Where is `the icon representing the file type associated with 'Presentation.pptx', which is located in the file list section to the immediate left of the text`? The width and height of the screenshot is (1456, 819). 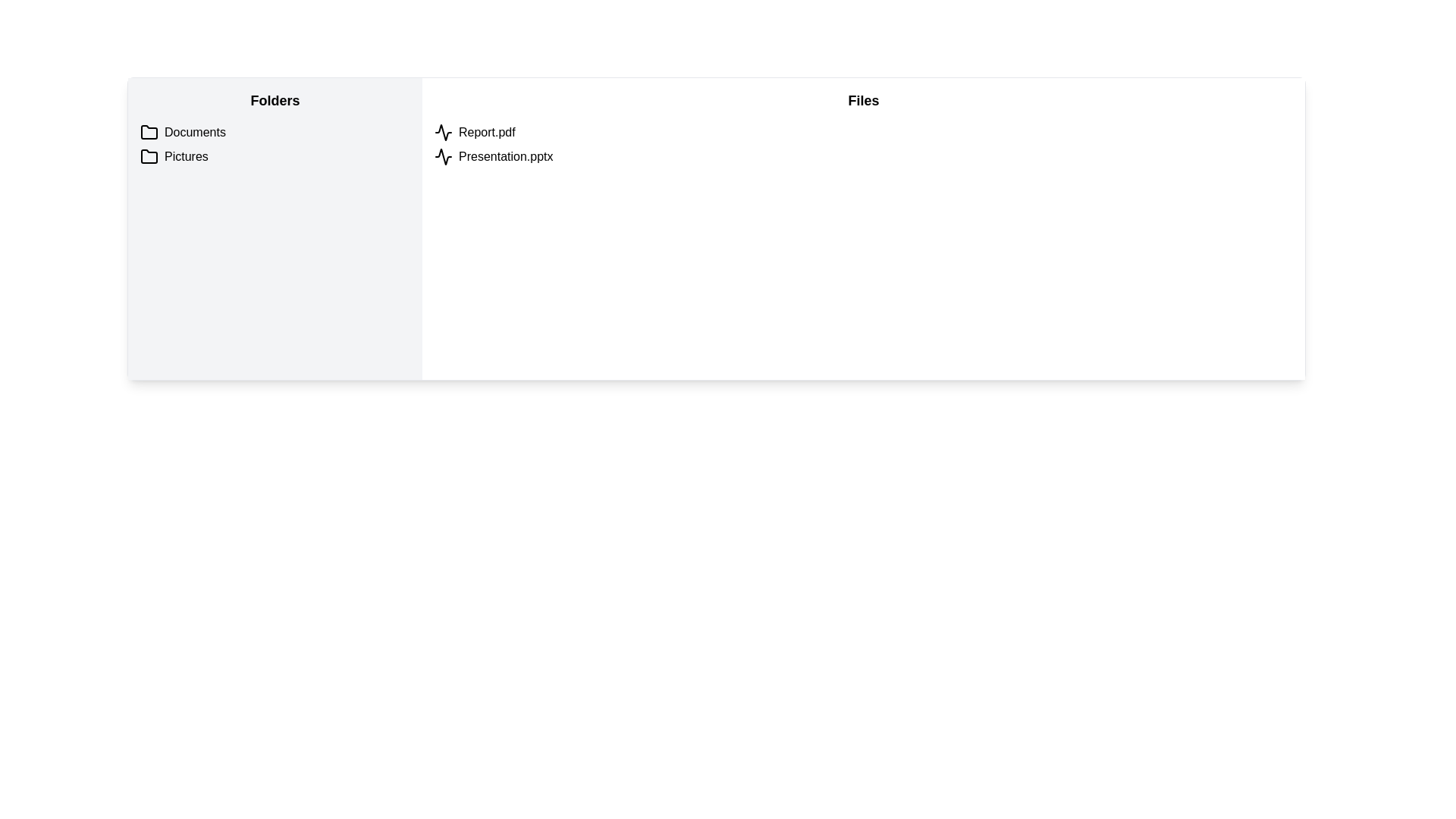 the icon representing the file type associated with 'Presentation.pptx', which is located in the file list section to the immediate left of the text is located at coordinates (443, 157).